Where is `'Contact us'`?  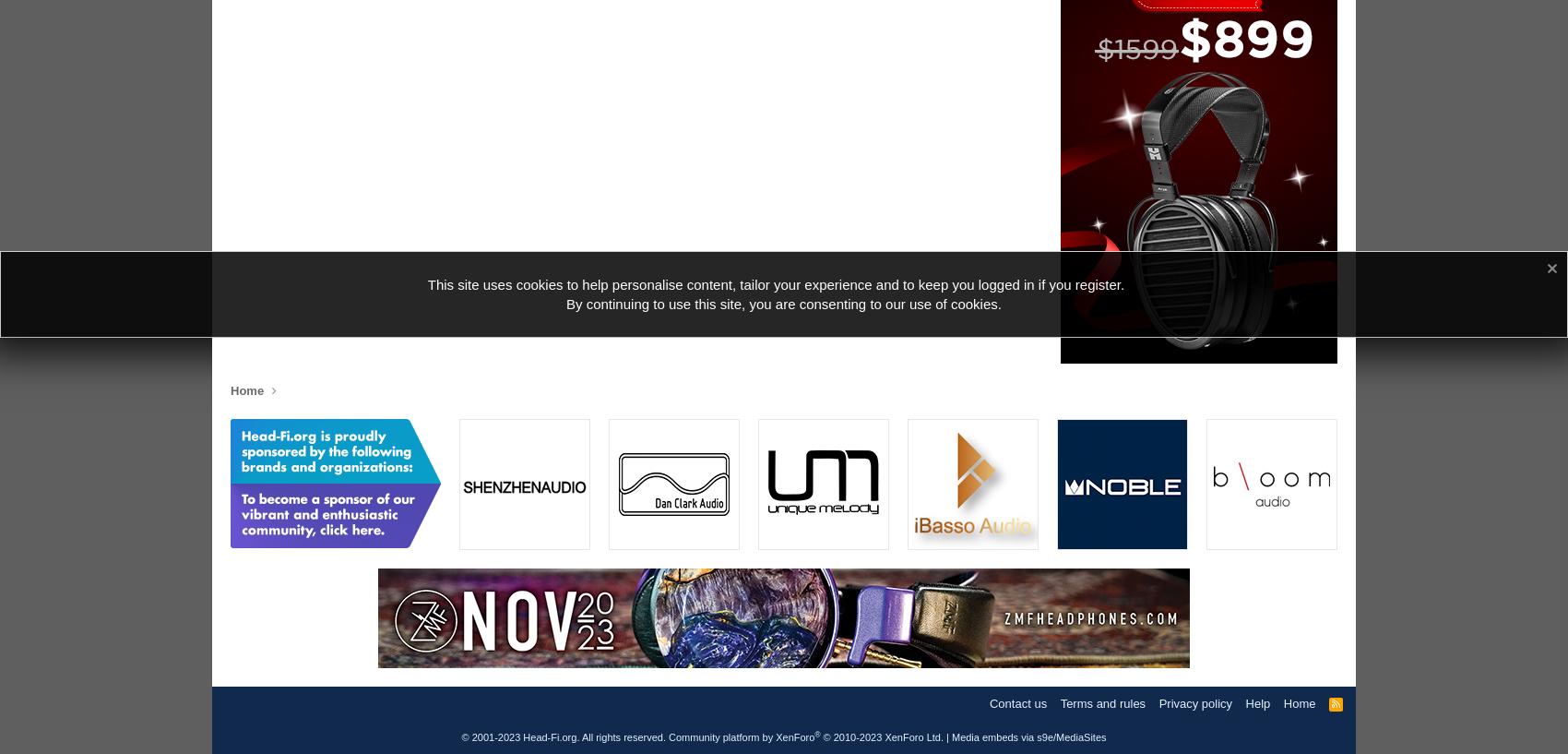
'Contact us' is located at coordinates (1017, 702).